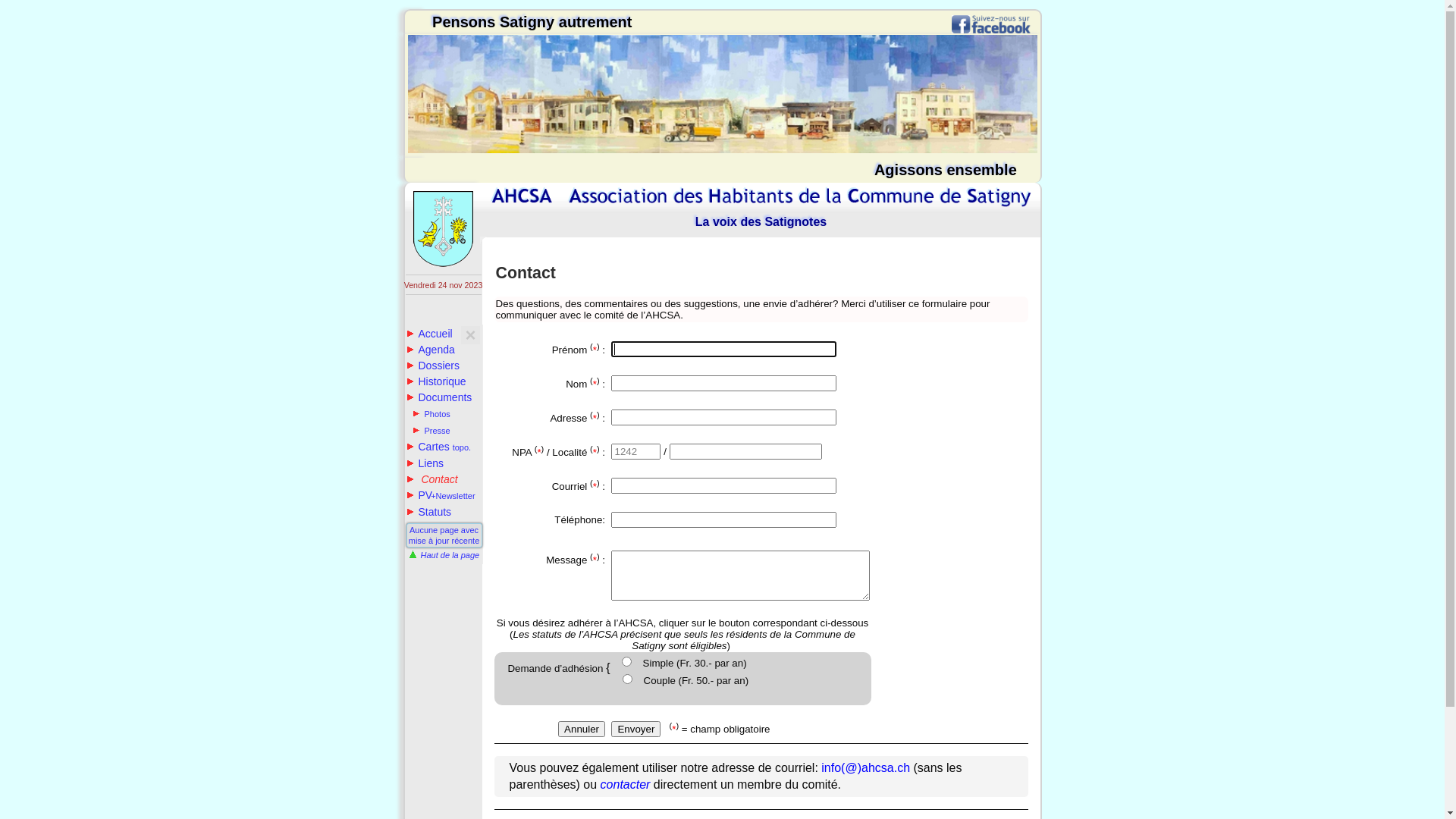 The image size is (1456, 819). I want to click on 'Photos', so click(431, 414).